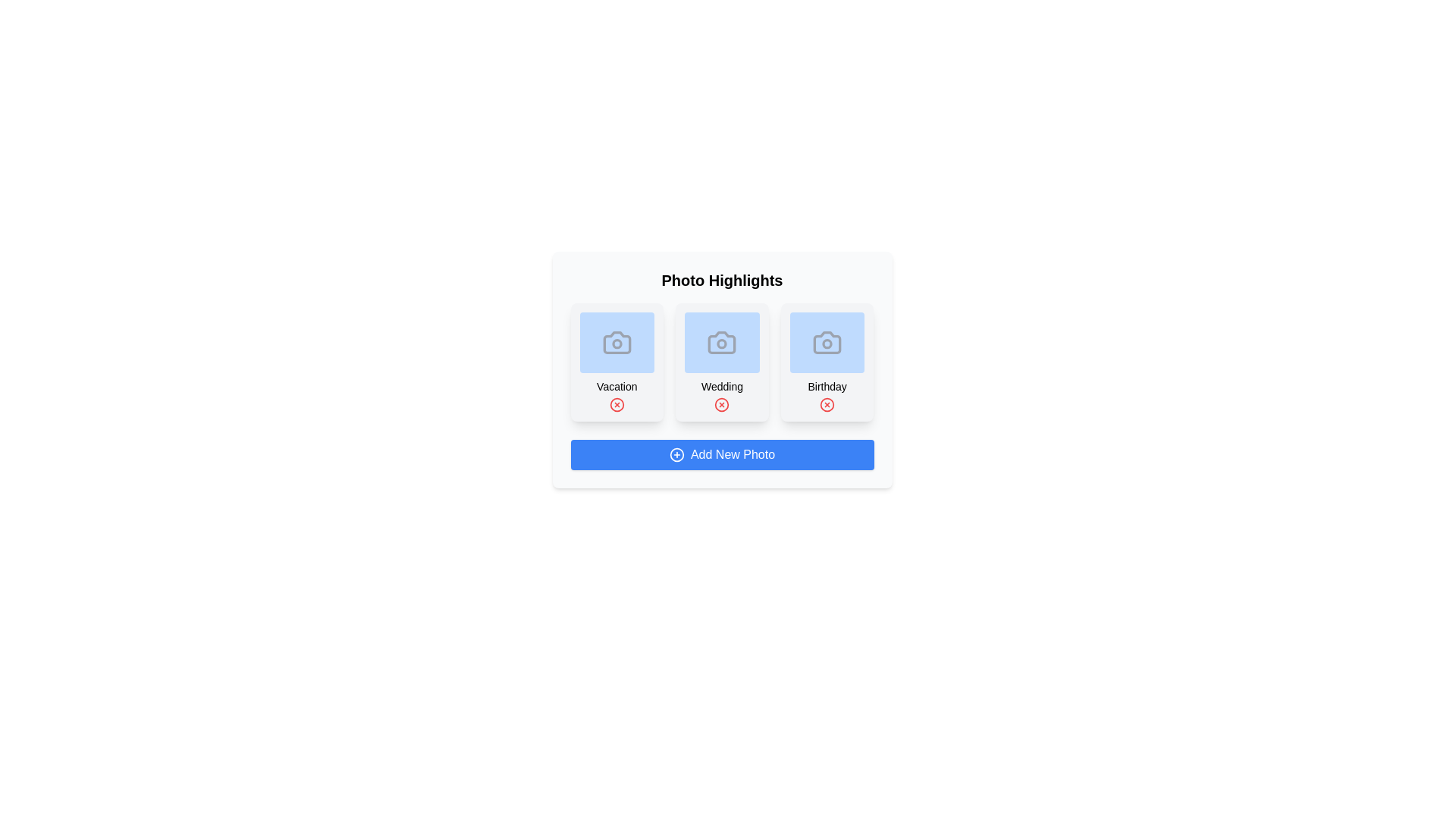  Describe the element at coordinates (721, 403) in the screenshot. I see `the delete button for the photo labeled Wedding` at that location.